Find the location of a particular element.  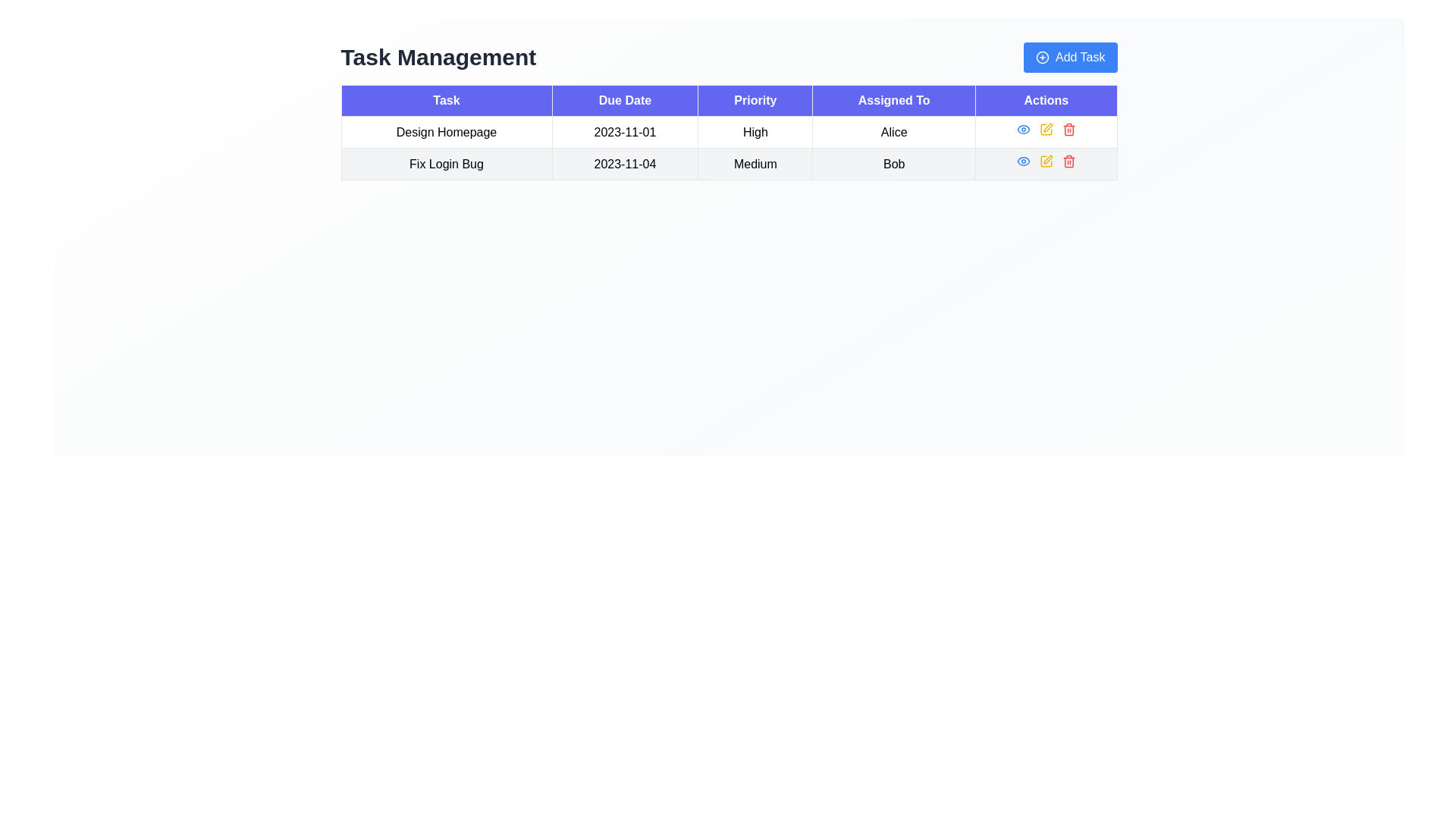

the table cell displaying the text 'High', which is located in the first row and third column under the 'Priority' header is located at coordinates (755, 131).